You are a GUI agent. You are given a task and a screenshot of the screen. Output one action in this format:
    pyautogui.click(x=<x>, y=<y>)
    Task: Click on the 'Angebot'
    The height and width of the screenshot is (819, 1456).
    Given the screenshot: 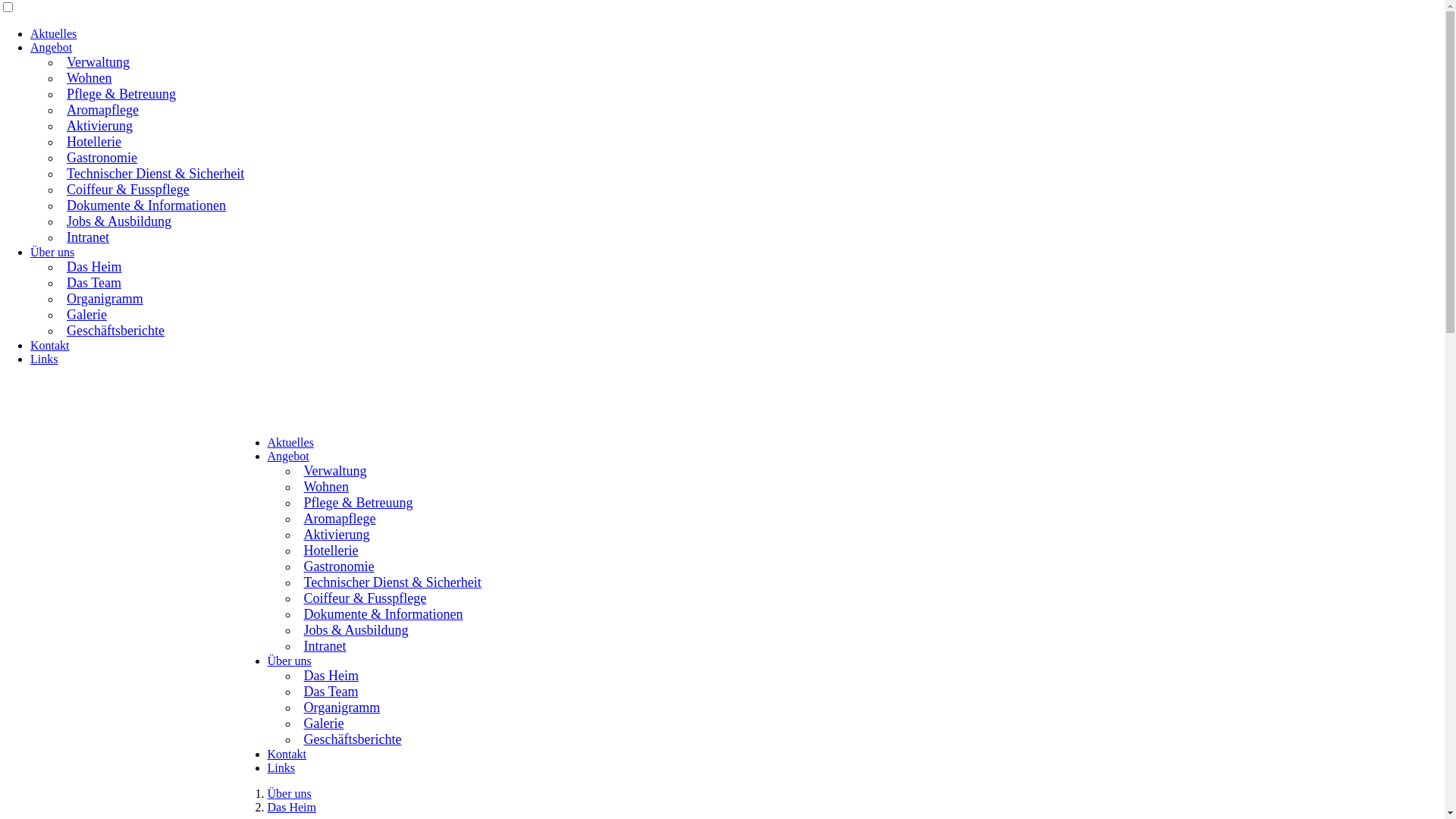 What is the action you would take?
    pyautogui.click(x=30, y=46)
    